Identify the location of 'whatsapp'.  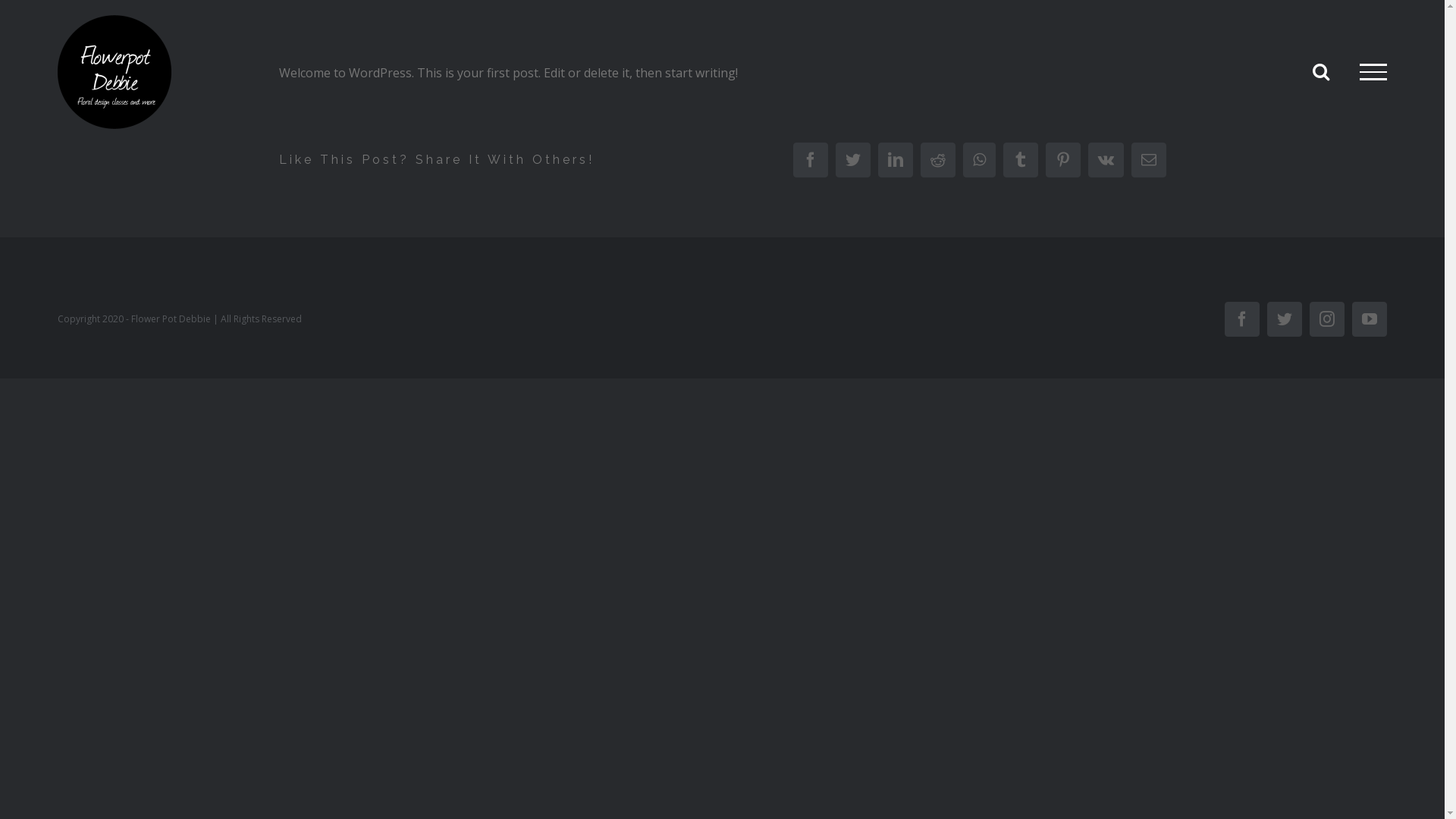
(979, 160).